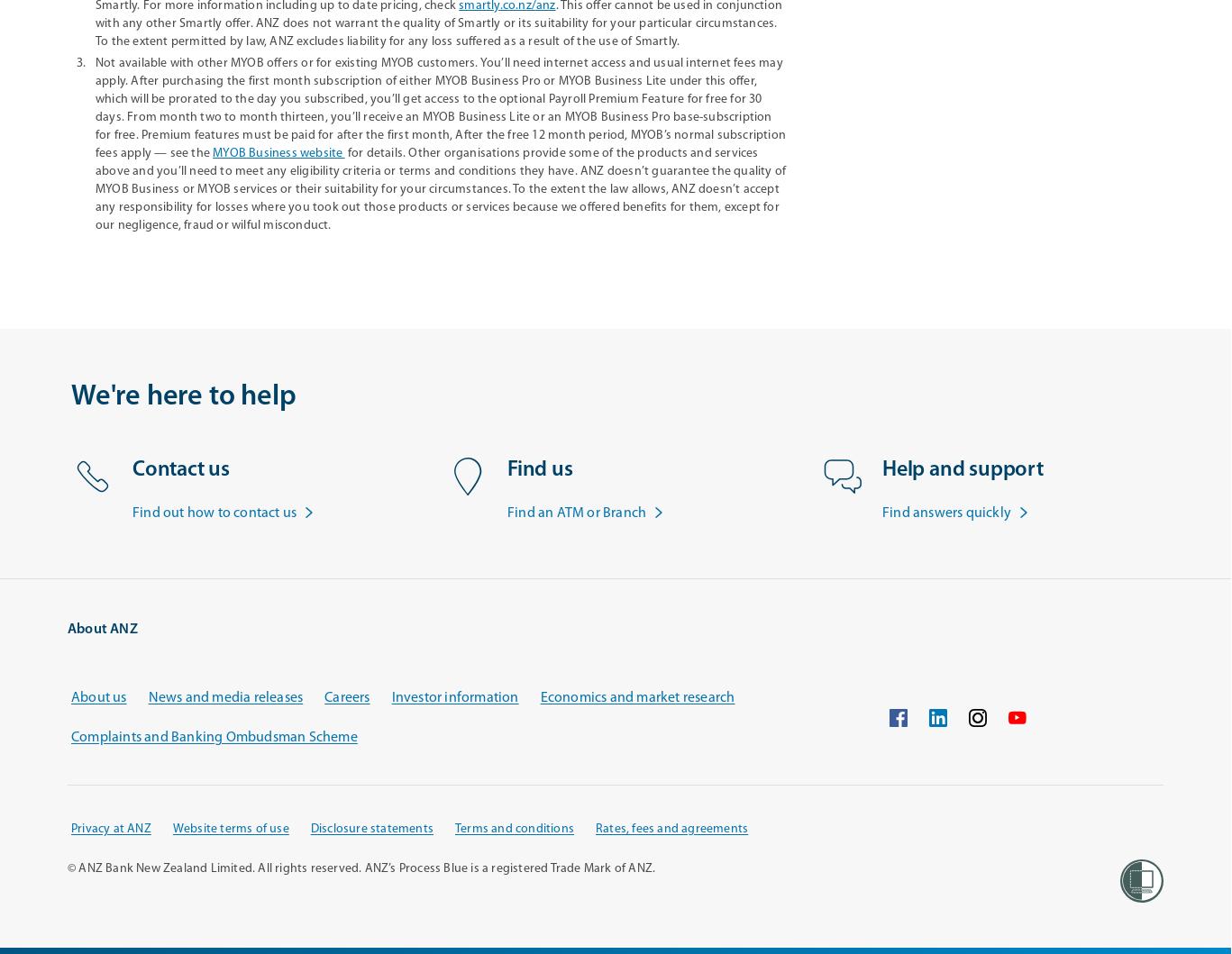 The image size is (1232, 954). I want to click on 'News and media releases', so click(147, 696).